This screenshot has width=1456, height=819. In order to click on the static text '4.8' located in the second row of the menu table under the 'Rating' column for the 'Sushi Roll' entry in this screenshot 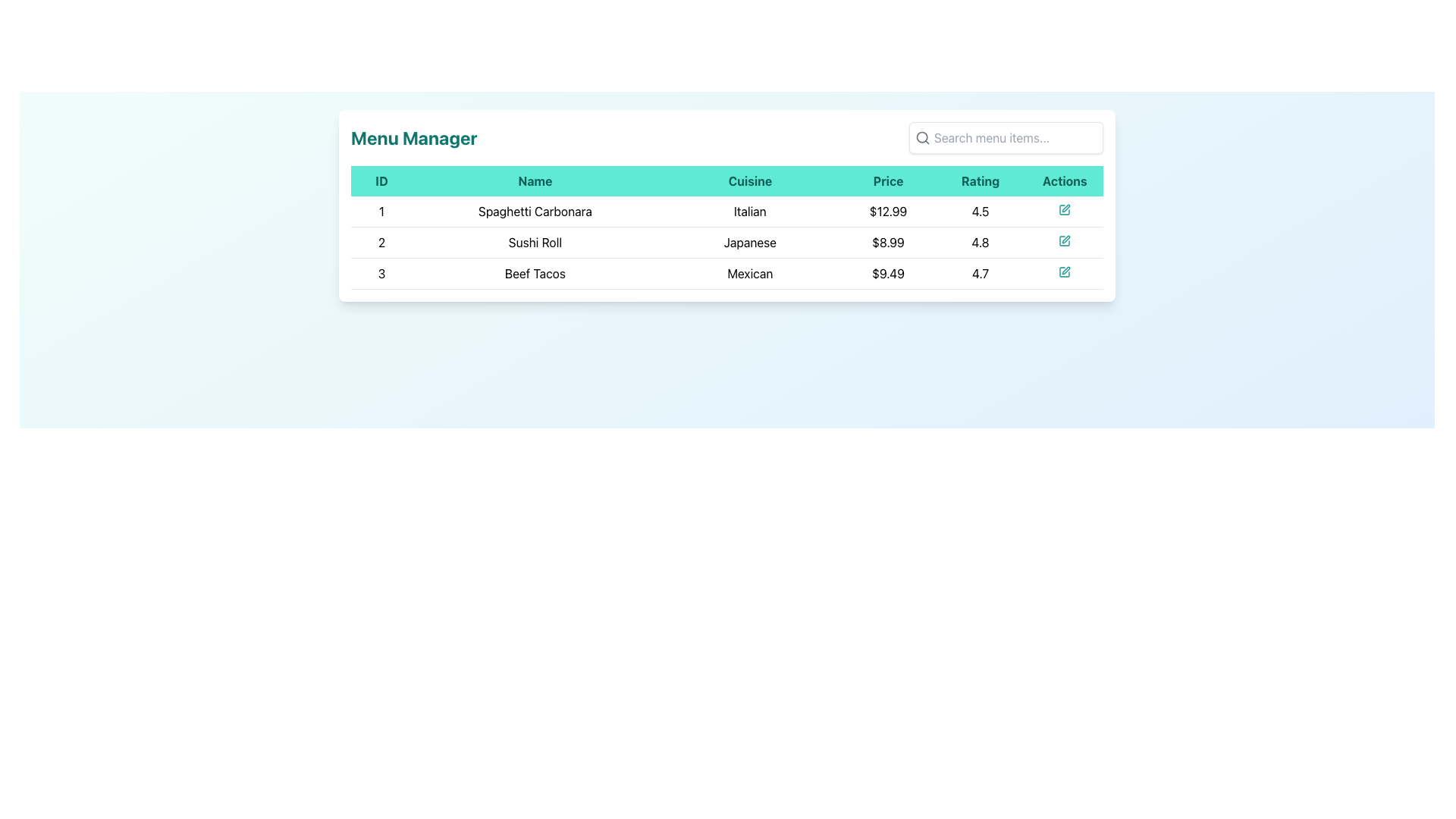, I will do `click(980, 242)`.